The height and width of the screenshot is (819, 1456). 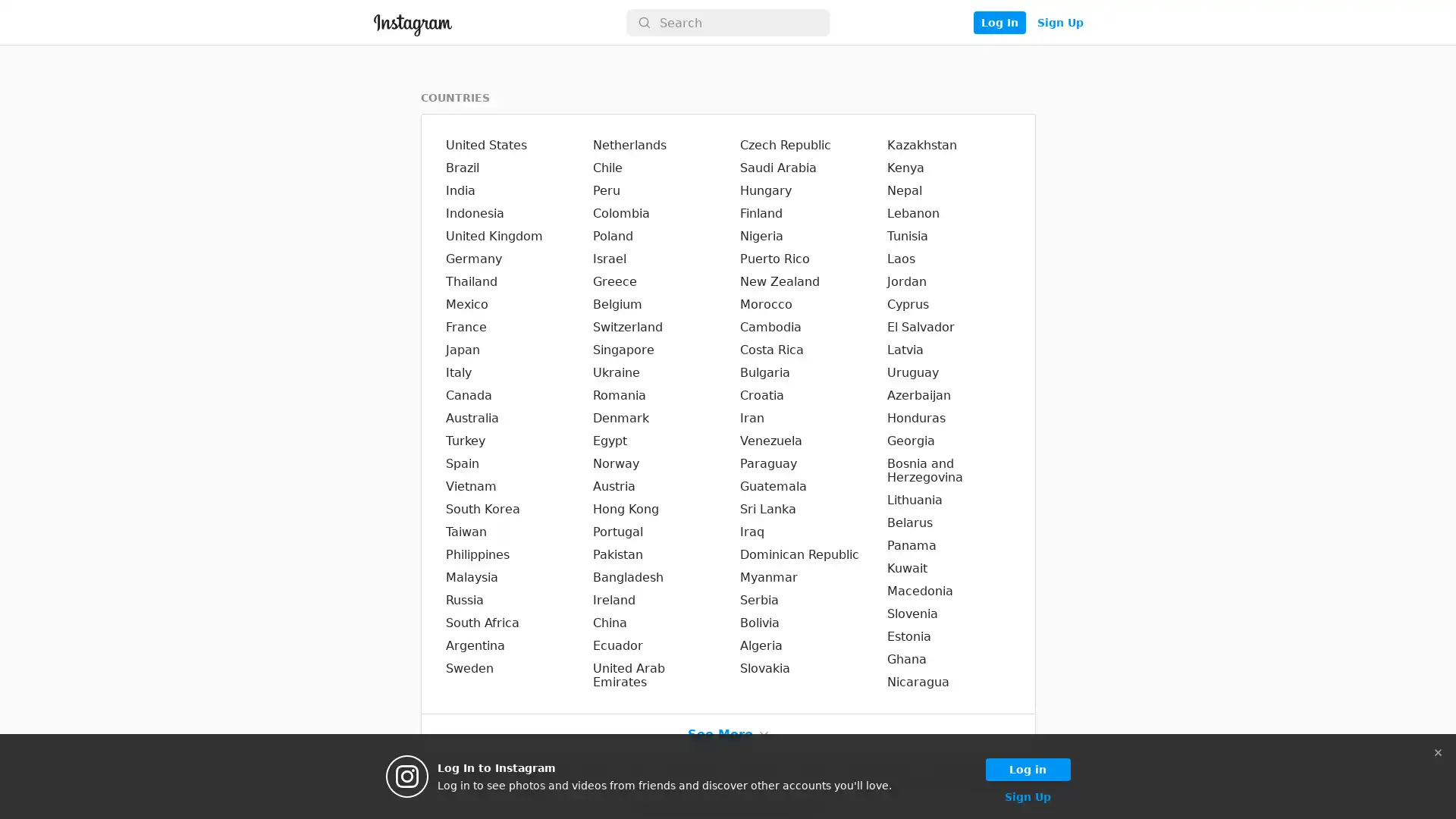 What do you see at coordinates (1059, 23) in the screenshot?
I see `Sign Up` at bounding box center [1059, 23].